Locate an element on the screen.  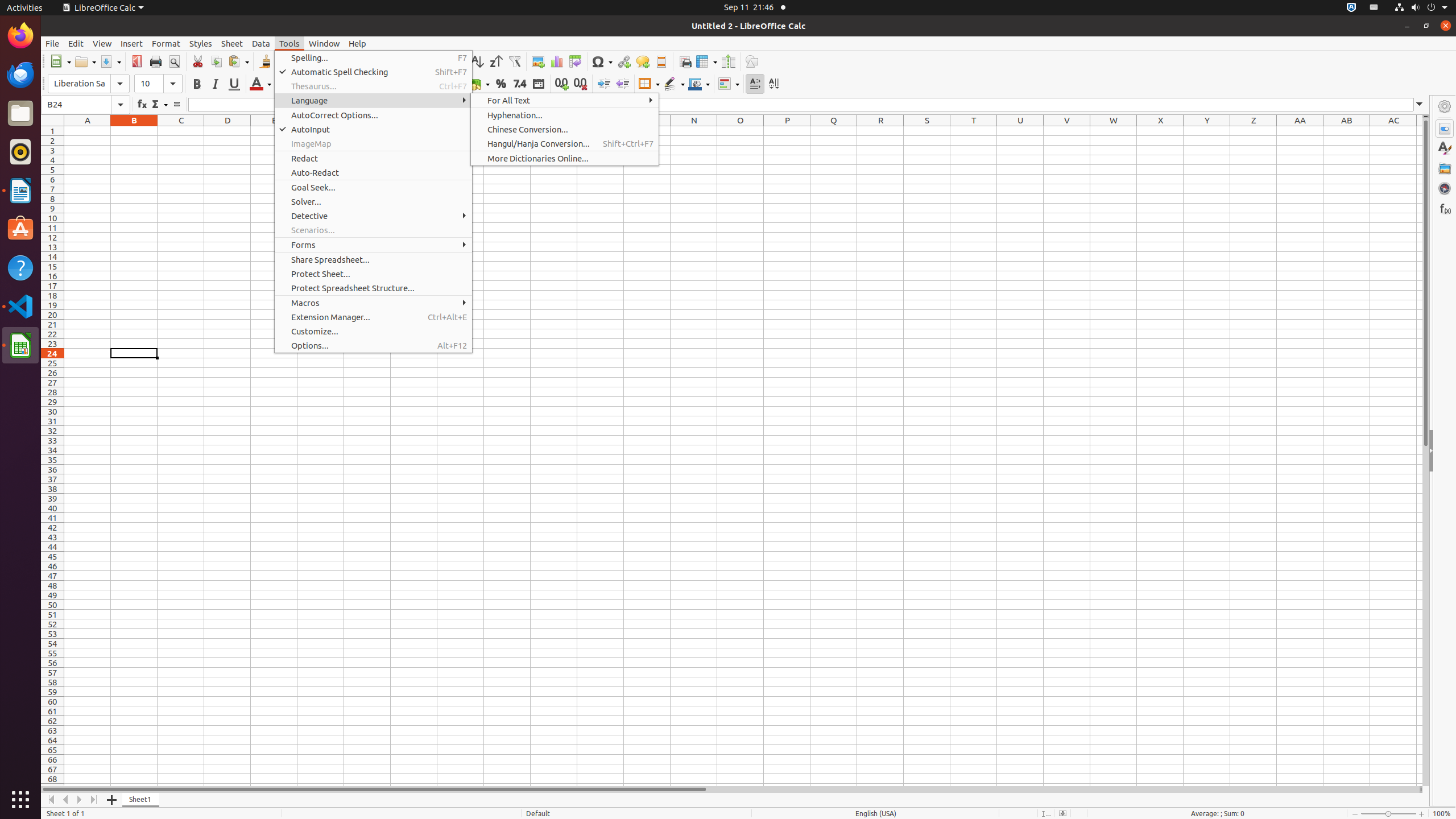
'Text direction from top to bottom' is located at coordinates (773, 83).